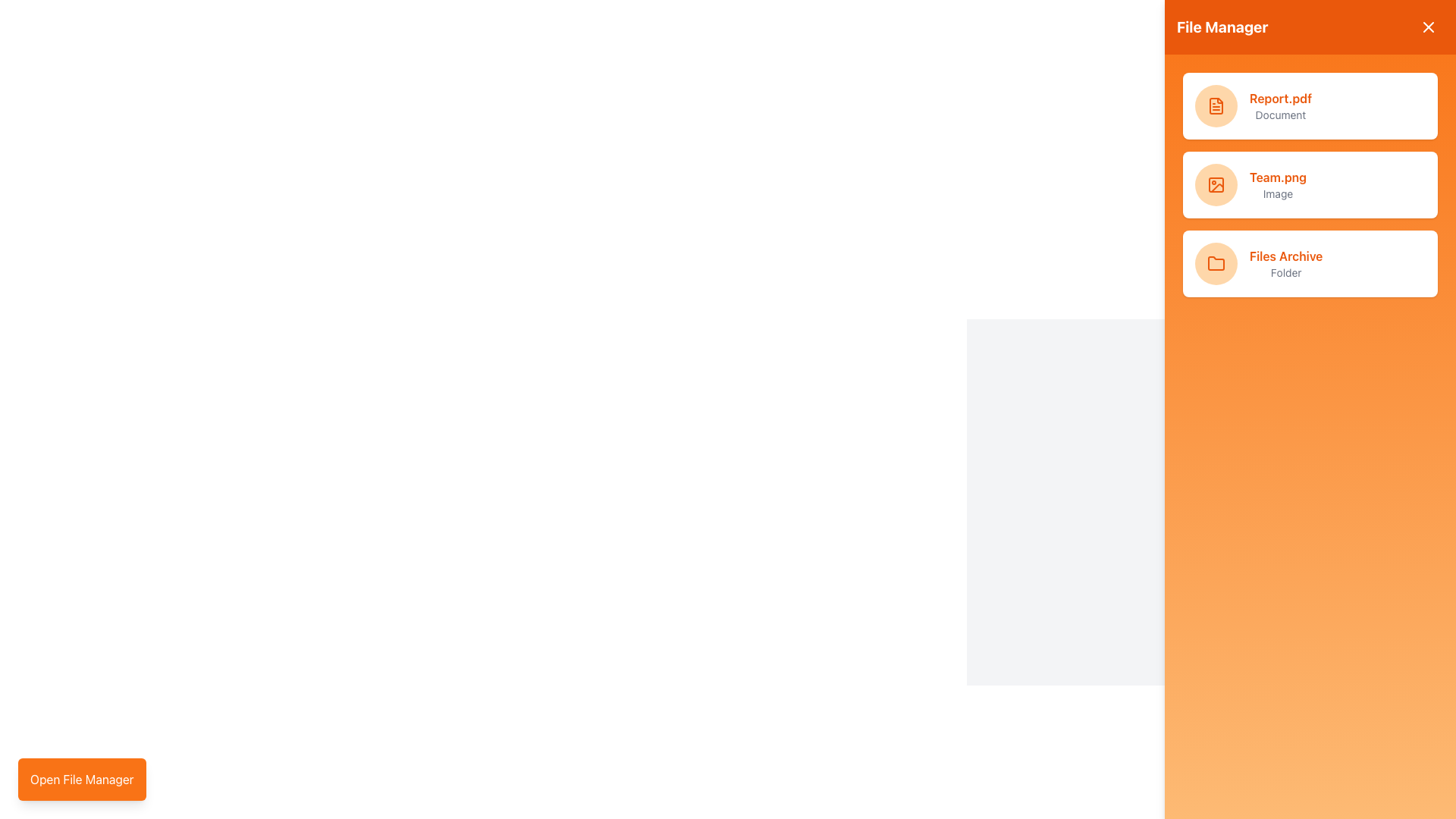 Image resolution: width=1456 pixels, height=819 pixels. I want to click on the first List Item (File Card) in the File Manager panel, which displays 'Report.pdf' and 'Document', so click(1310, 105).